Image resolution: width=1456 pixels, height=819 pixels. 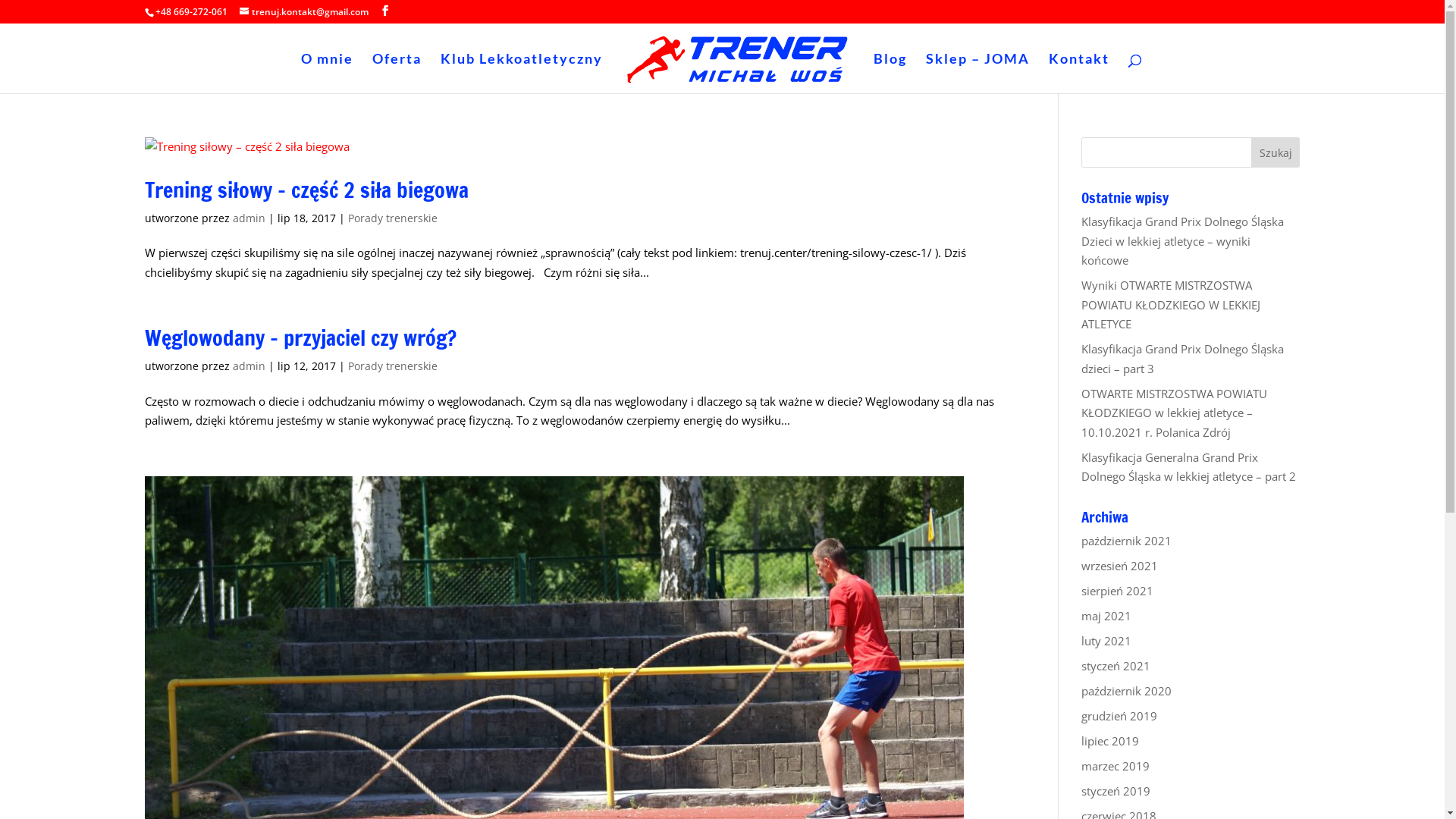 What do you see at coordinates (326, 73) in the screenshot?
I see `'O mnie'` at bounding box center [326, 73].